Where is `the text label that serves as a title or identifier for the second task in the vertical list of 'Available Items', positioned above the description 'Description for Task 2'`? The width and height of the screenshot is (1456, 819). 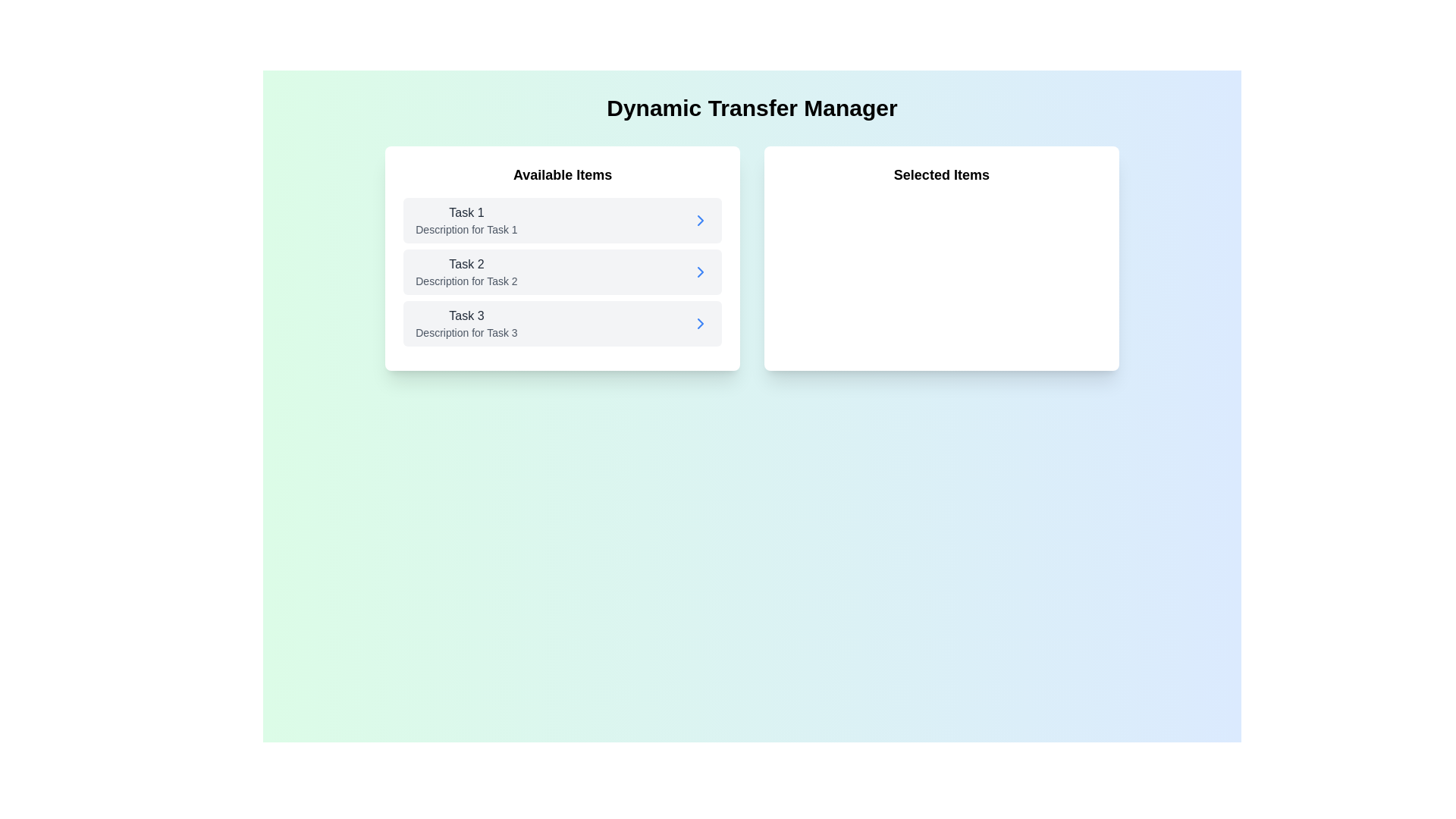 the text label that serves as a title or identifier for the second task in the vertical list of 'Available Items', positioned above the description 'Description for Task 2' is located at coordinates (466, 263).